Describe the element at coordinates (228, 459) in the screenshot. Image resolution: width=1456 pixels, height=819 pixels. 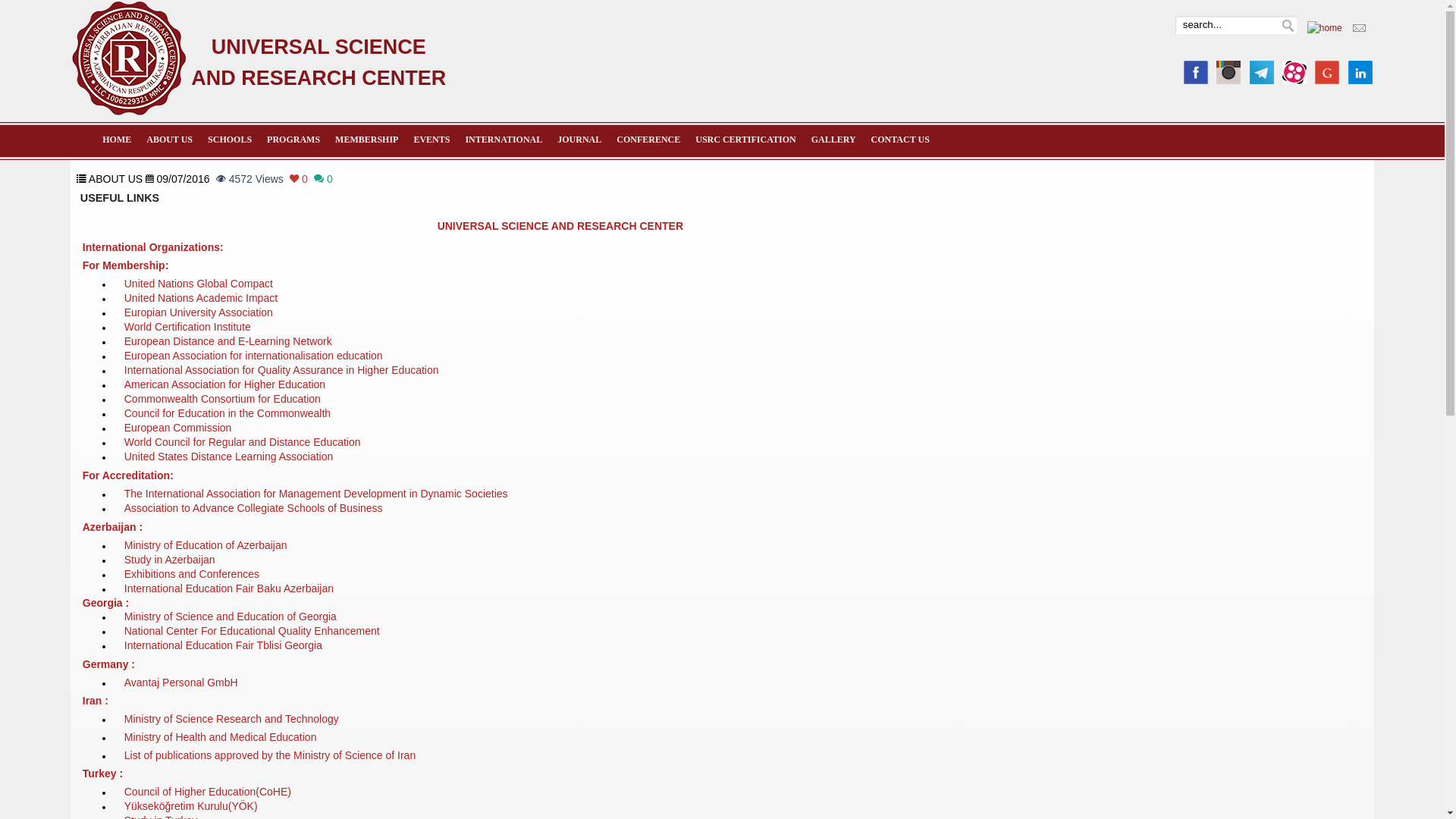
I see `'United States Distance Learning Association'` at that location.